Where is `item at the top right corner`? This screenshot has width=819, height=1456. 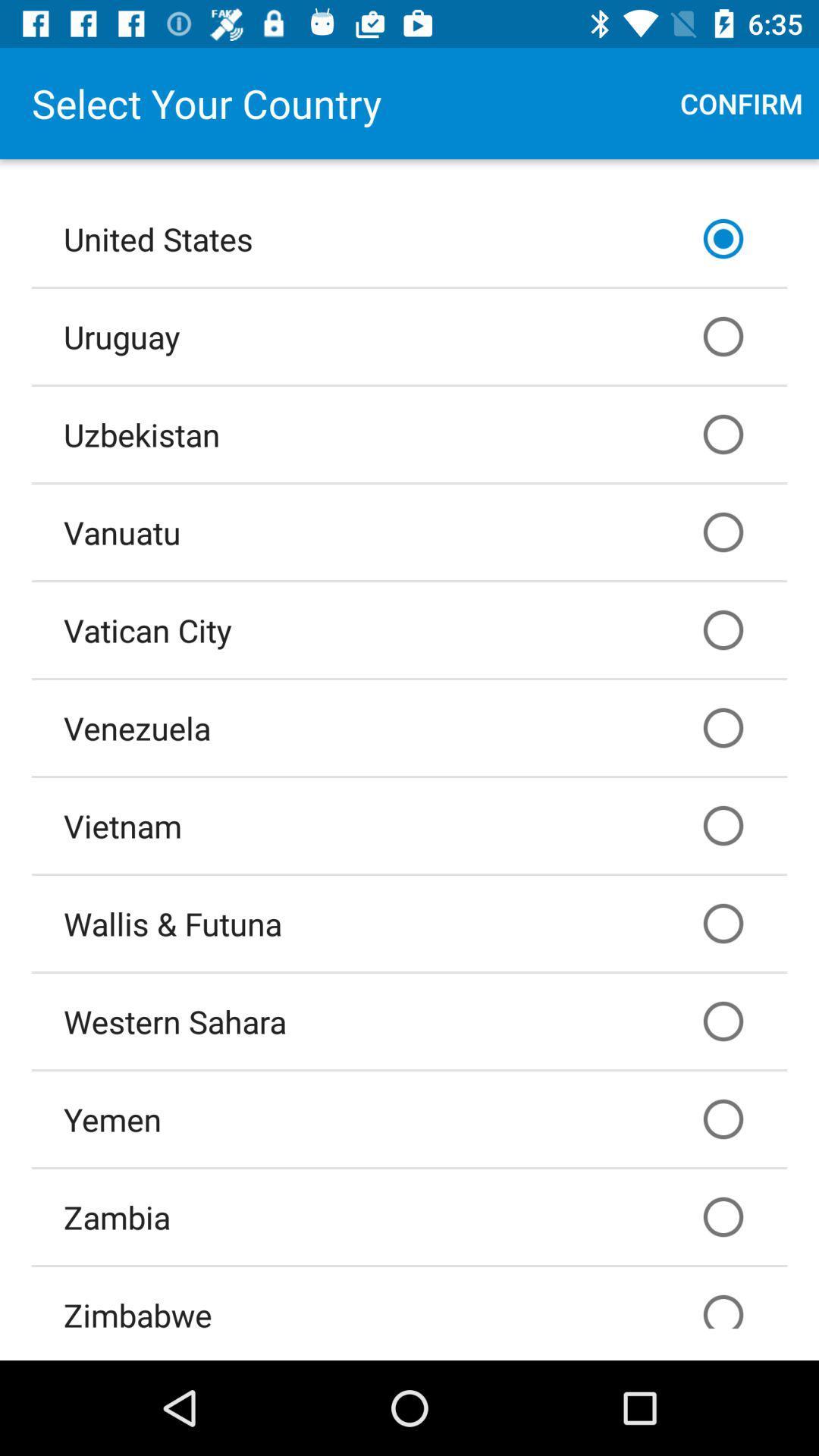 item at the top right corner is located at coordinates (741, 102).